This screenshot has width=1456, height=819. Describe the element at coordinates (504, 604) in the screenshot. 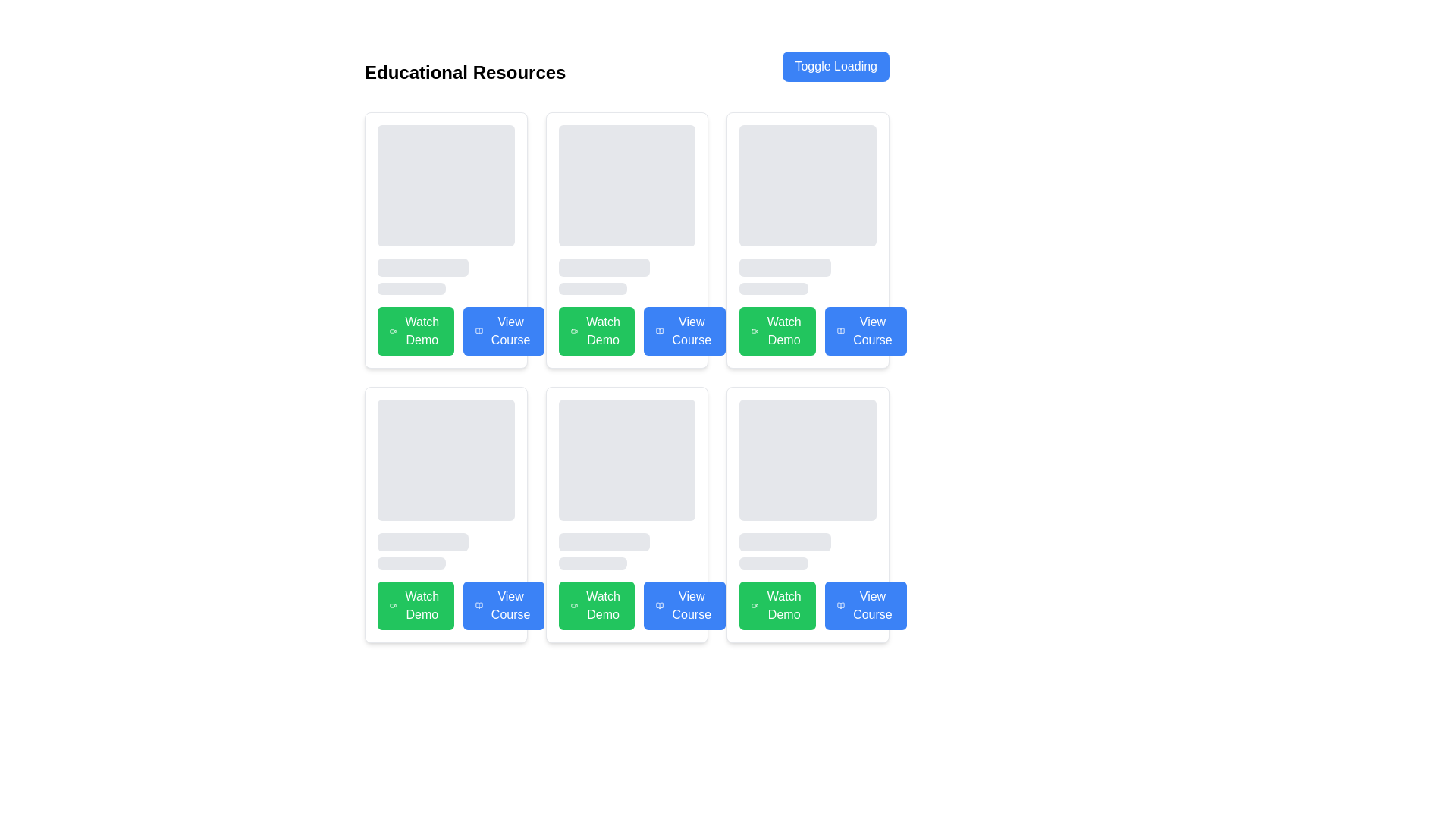

I see `the button located in the bottom row of the grid layout, specifically the second card from the left` at that location.